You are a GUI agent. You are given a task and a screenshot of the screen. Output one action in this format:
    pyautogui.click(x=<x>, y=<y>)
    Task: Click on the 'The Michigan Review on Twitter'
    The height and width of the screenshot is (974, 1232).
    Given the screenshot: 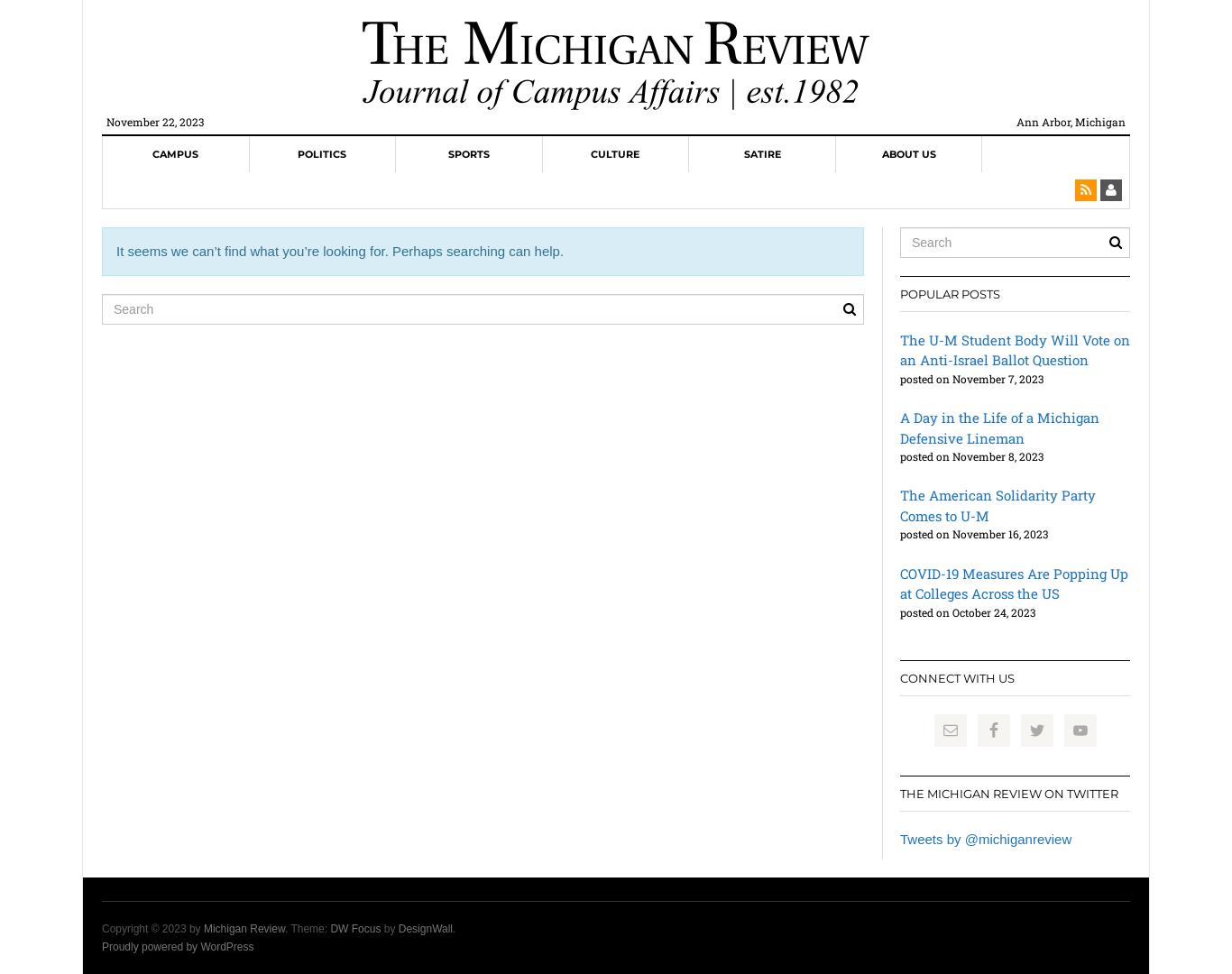 What is the action you would take?
    pyautogui.click(x=1008, y=792)
    